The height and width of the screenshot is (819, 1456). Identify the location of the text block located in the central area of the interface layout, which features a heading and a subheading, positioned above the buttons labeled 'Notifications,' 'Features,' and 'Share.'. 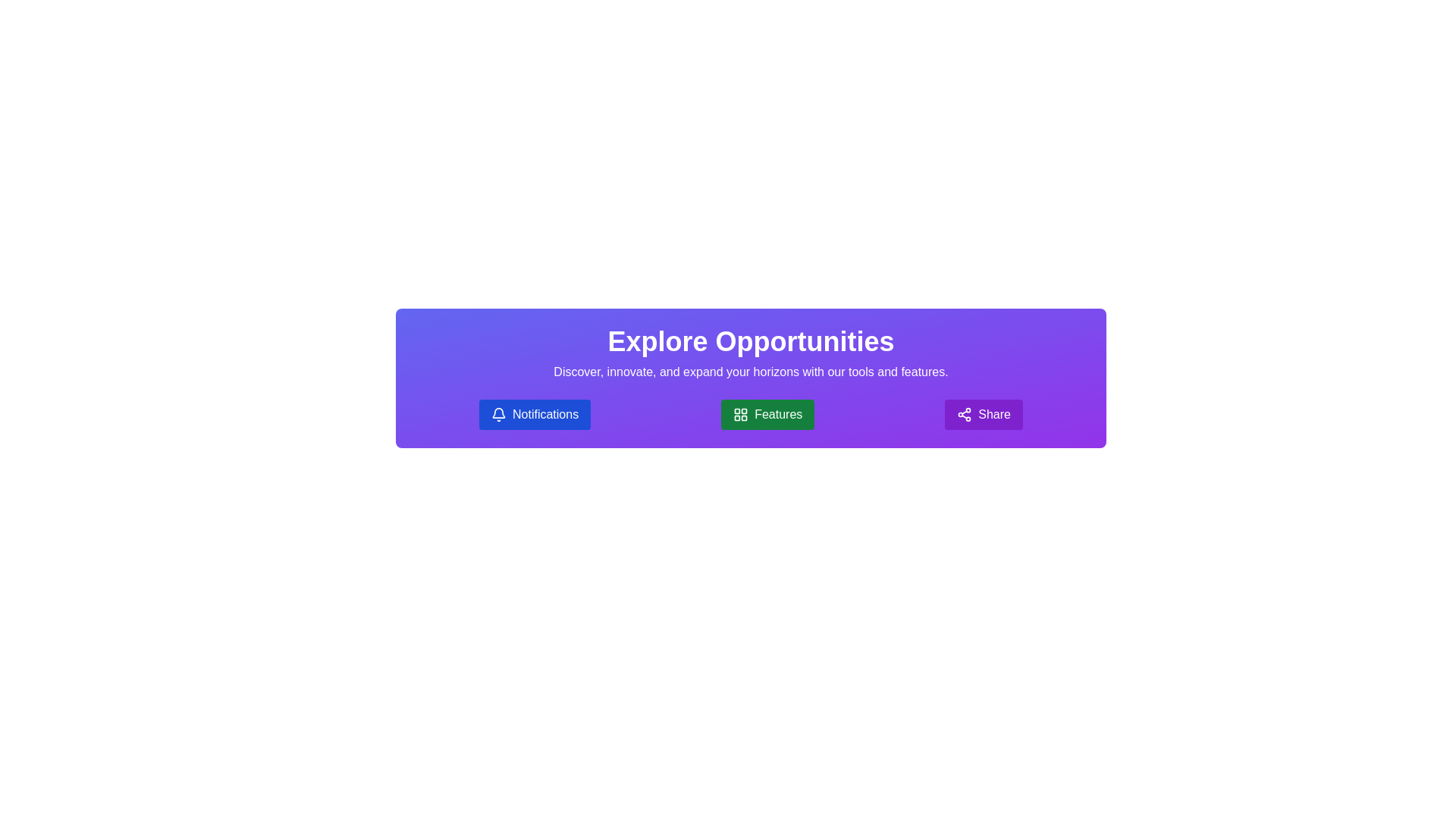
(751, 353).